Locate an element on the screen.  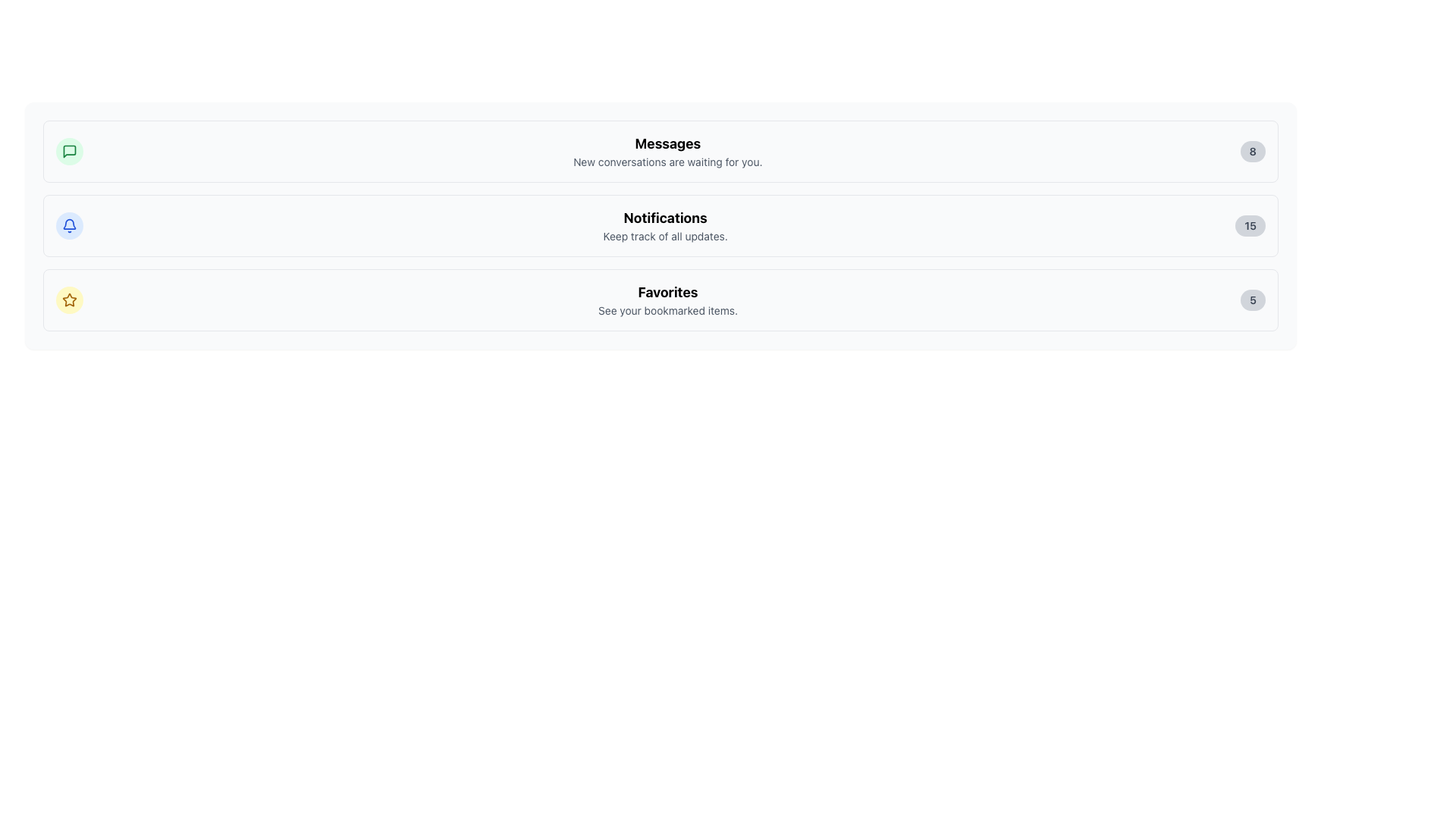
the non-interactive text label indicating the number of notifications in the top-right corner of the notification card labeled 'Notifications Keep track of all updates.' is located at coordinates (1250, 225).